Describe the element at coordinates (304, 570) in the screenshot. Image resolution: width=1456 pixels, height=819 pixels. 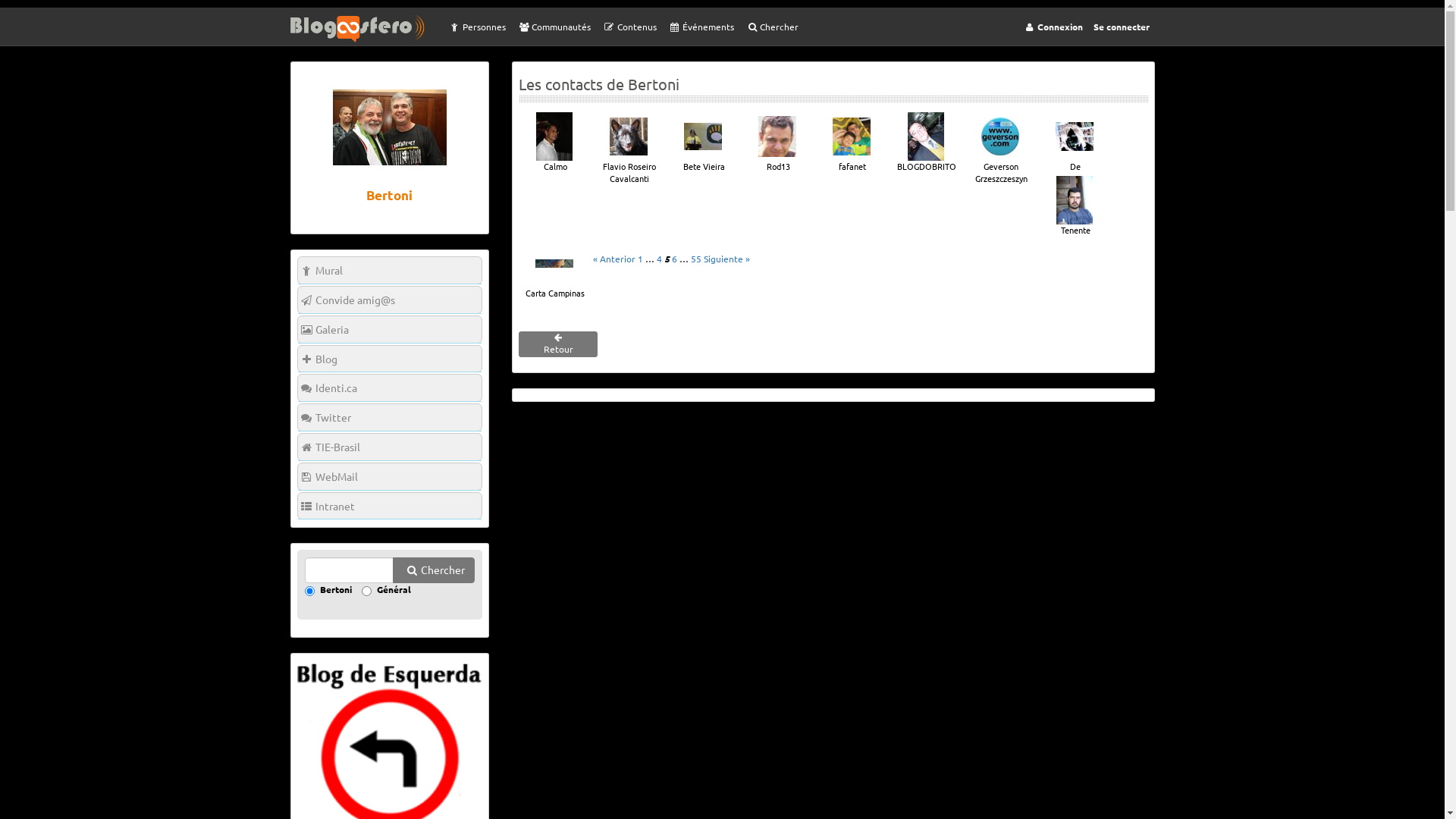
I see `'Trouver dans le contenu de Bertoni'` at that location.